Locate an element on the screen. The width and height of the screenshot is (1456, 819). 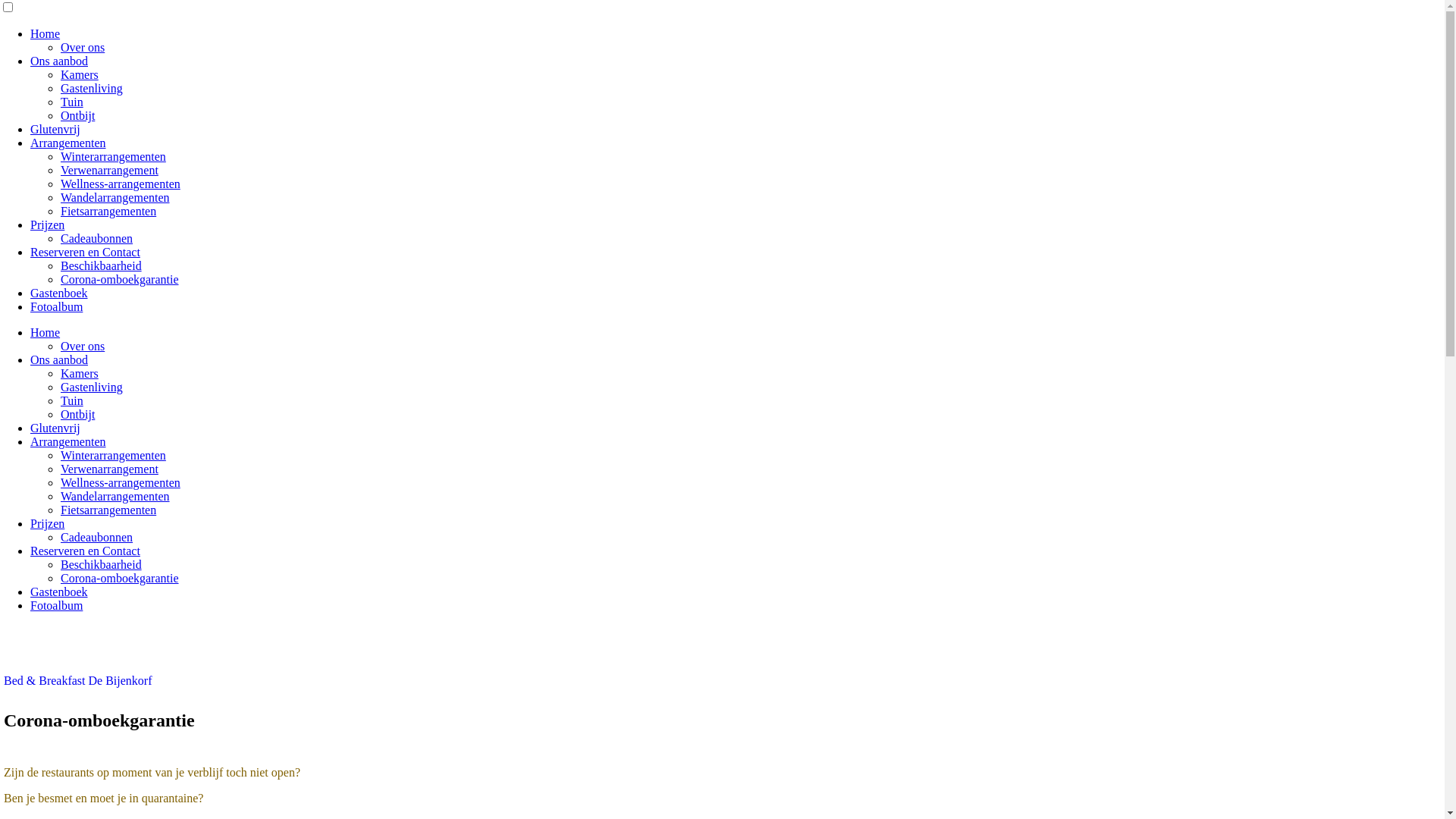
'Ons aanbod' is located at coordinates (58, 359).